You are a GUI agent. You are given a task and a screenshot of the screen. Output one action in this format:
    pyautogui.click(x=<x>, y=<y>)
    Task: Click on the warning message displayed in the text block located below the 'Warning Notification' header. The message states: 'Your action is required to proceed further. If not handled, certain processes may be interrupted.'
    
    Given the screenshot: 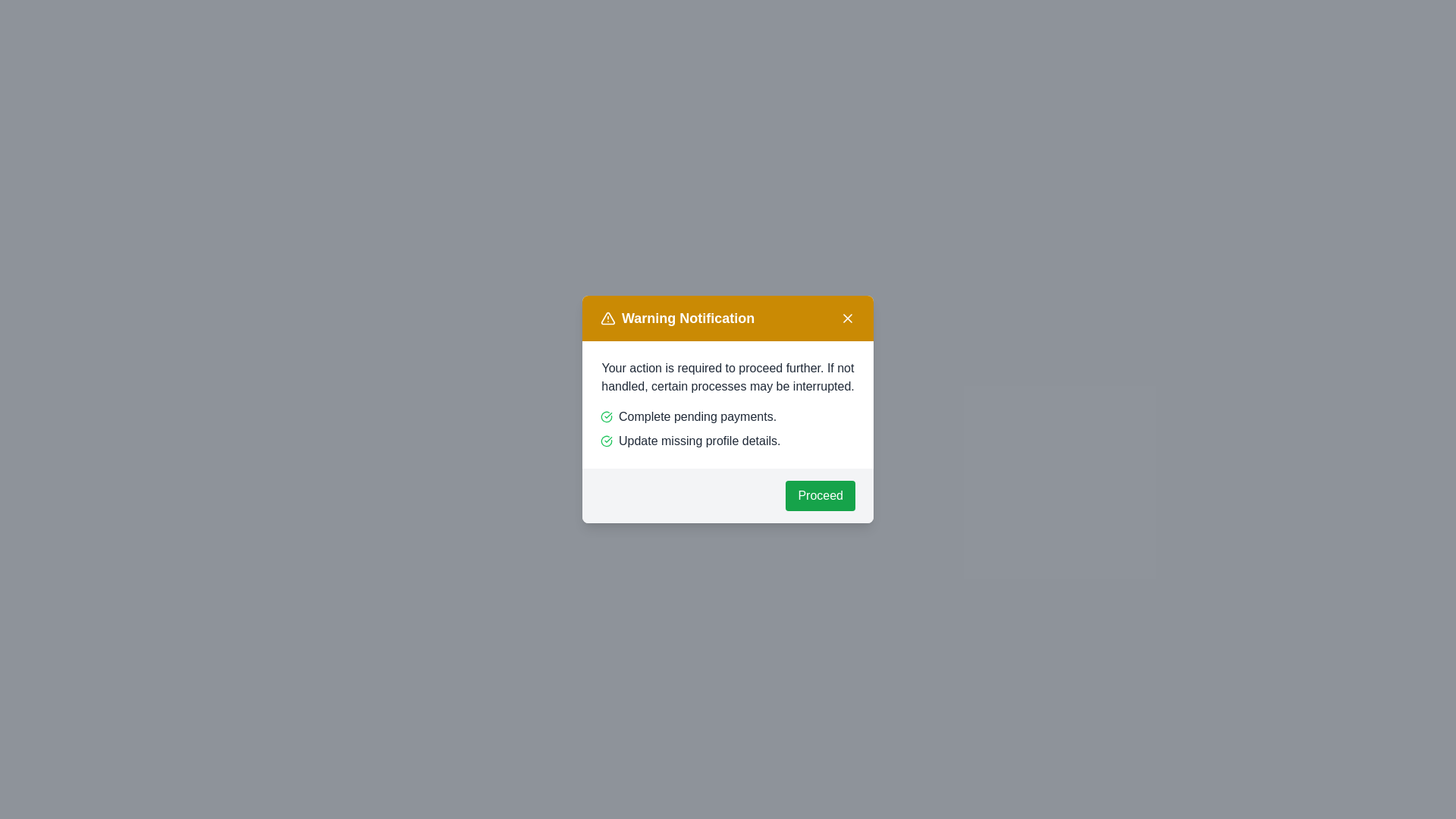 What is the action you would take?
    pyautogui.click(x=728, y=376)
    